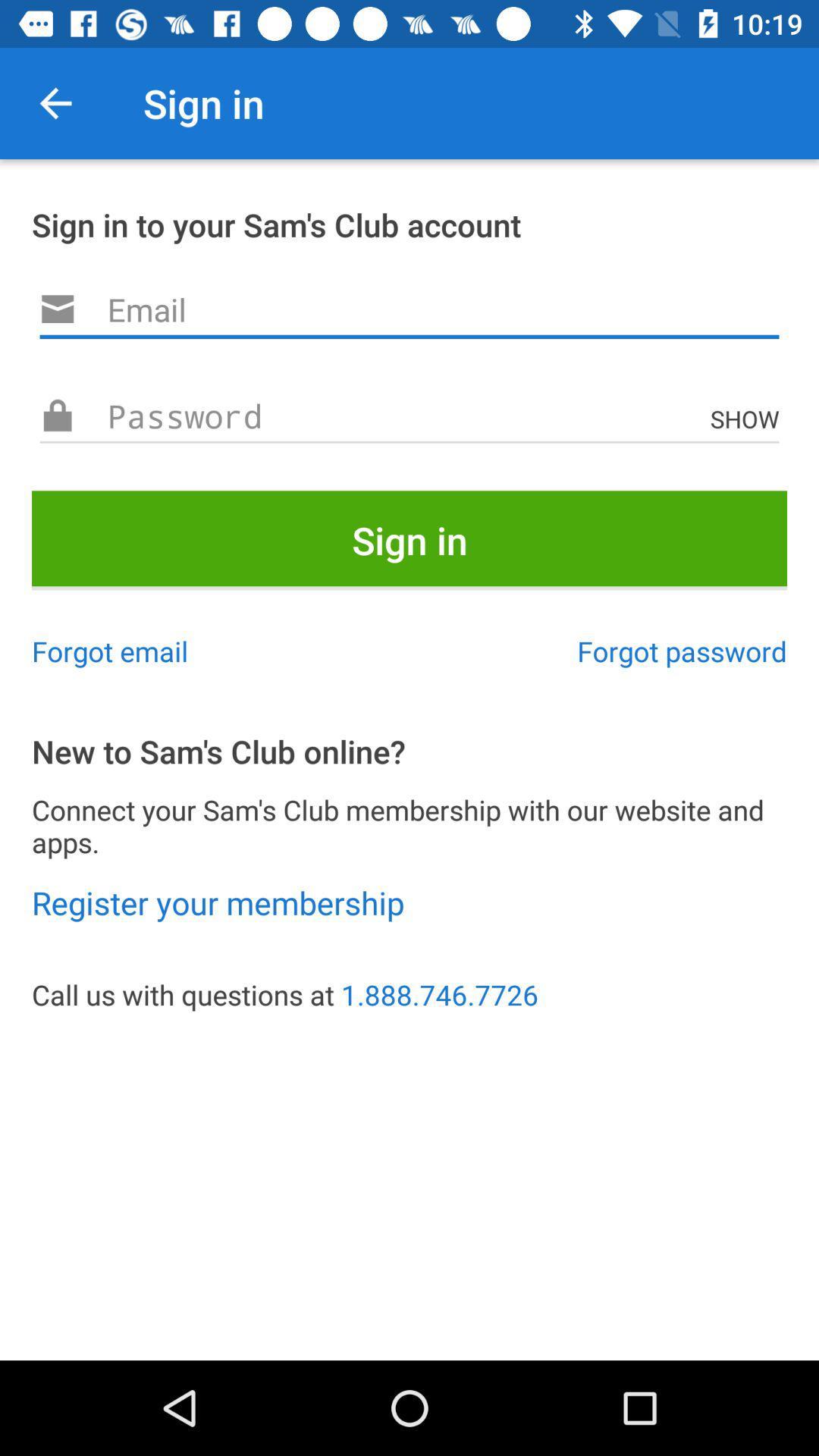 The height and width of the screenshot is (1456, 819). What do you see at coordinates (55, 102) in the screenshot?
I see `icon to the left of sign in` at bounding box center [55, 102].